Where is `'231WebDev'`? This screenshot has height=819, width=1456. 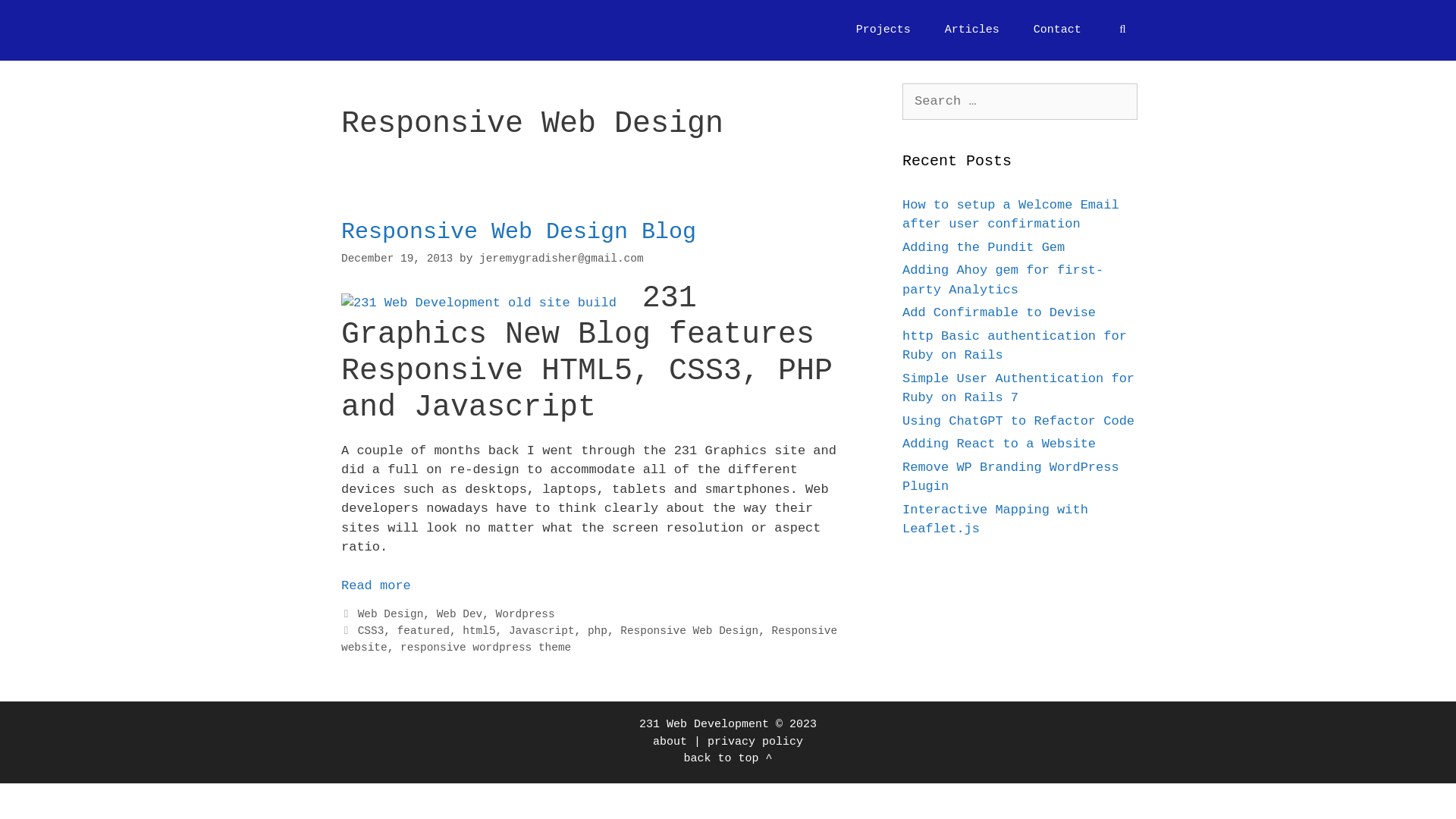 '231WebDev' is located at coordinates (381, 30).